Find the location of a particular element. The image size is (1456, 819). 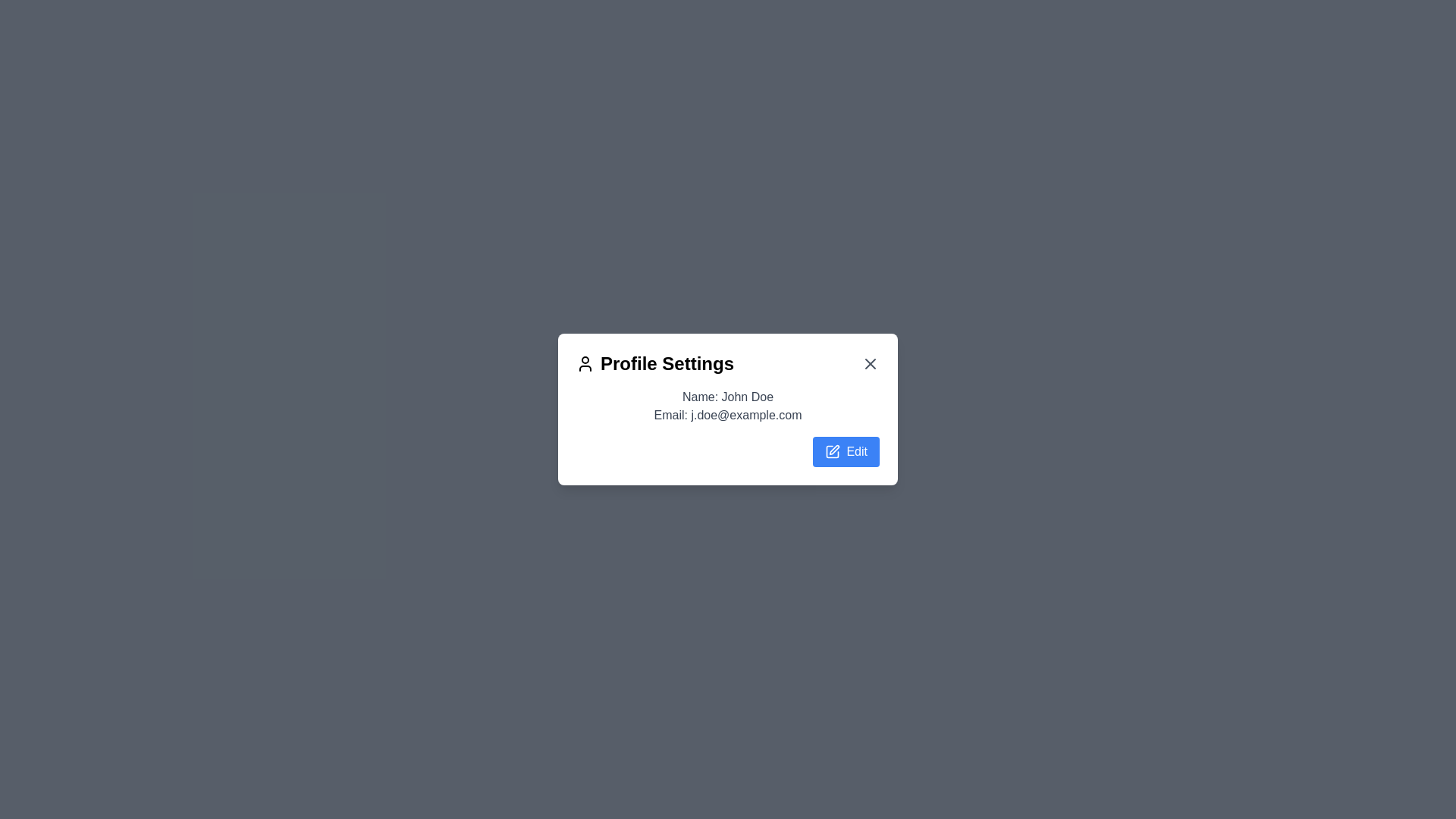

the 'Edit' button located in the bottom-right corner of the 'Profile Settings' modal dialog is located at coordinates (833, 449).